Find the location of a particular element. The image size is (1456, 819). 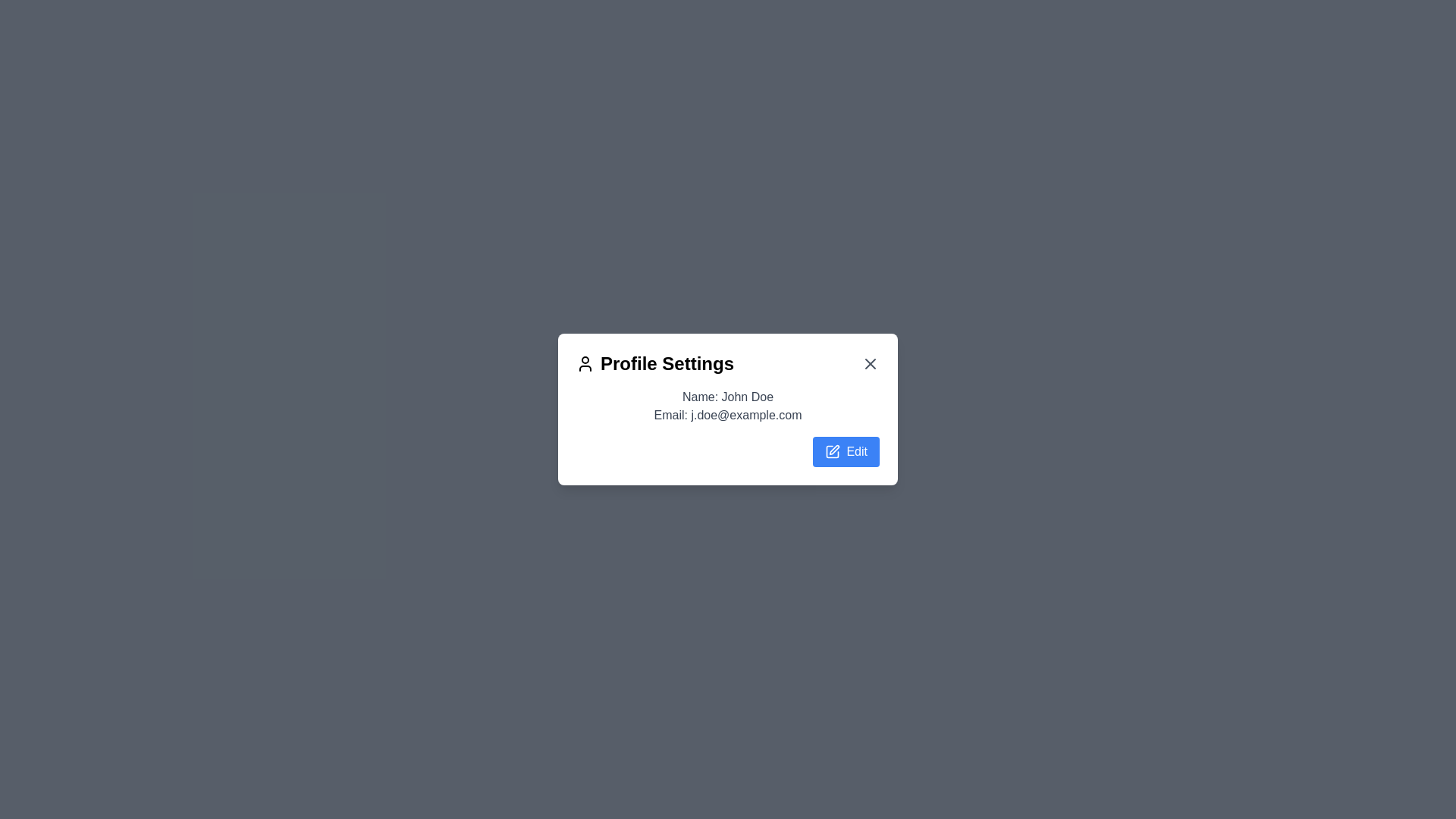

the 'Edit' button located in the bottom-right corner of the 'Profile Settings' modal dialog is located at coordinates (833, 449).